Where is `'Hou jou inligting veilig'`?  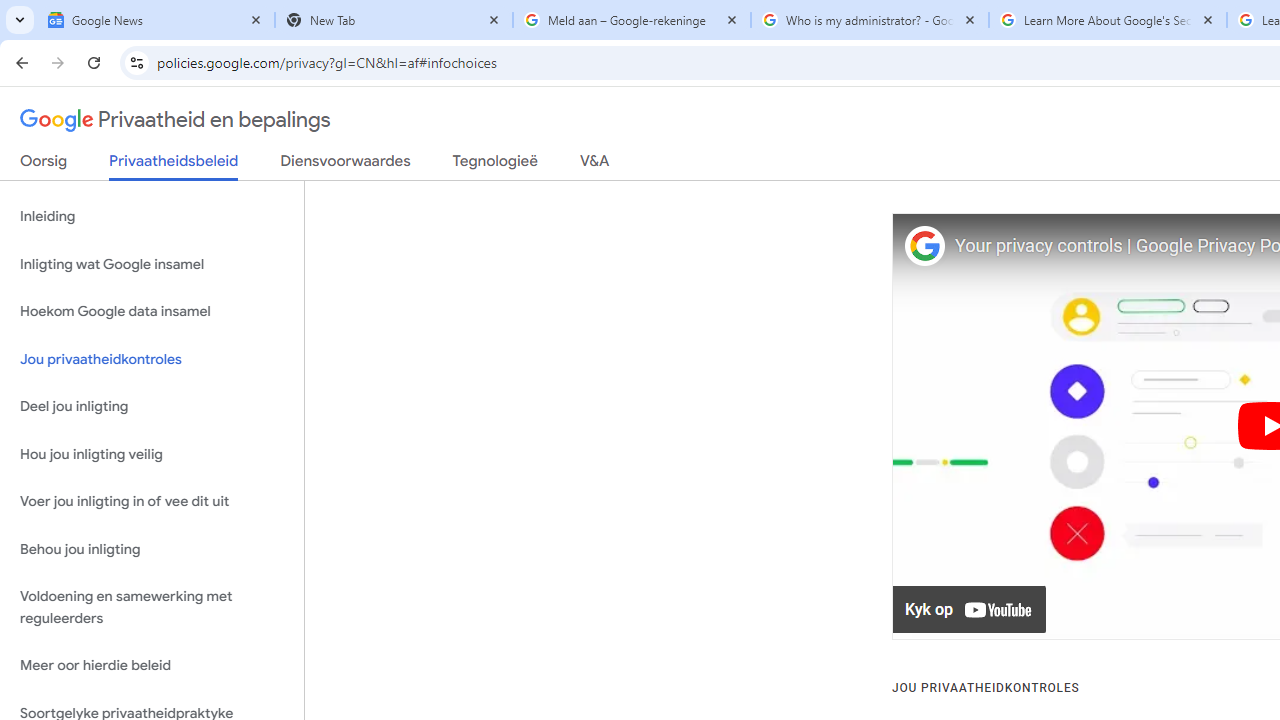
'Hou jou inligting veilig' is located at coordinates (151, 454).